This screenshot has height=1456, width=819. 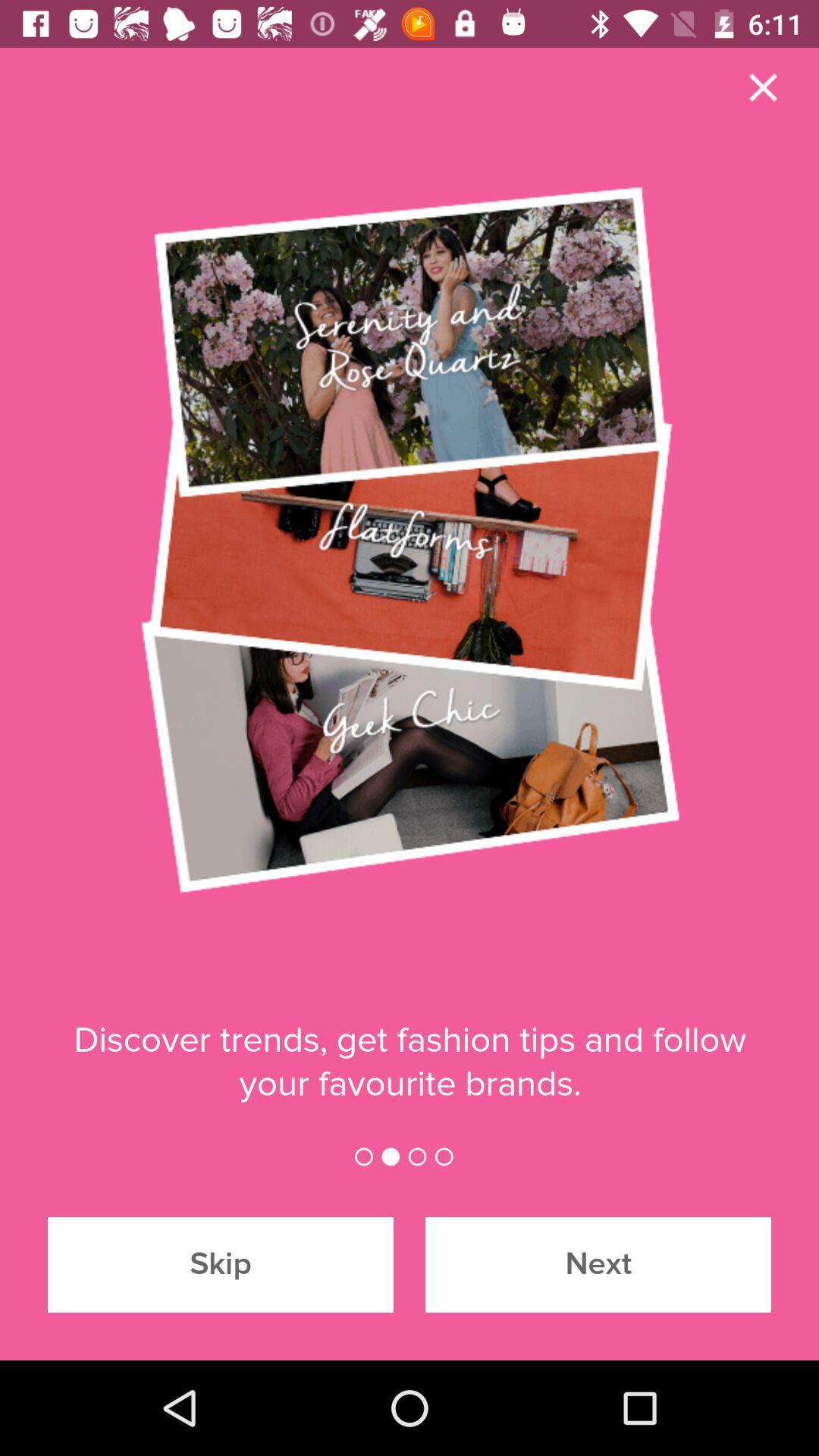 I want to click on the close icon, so click(x=763, y=86).